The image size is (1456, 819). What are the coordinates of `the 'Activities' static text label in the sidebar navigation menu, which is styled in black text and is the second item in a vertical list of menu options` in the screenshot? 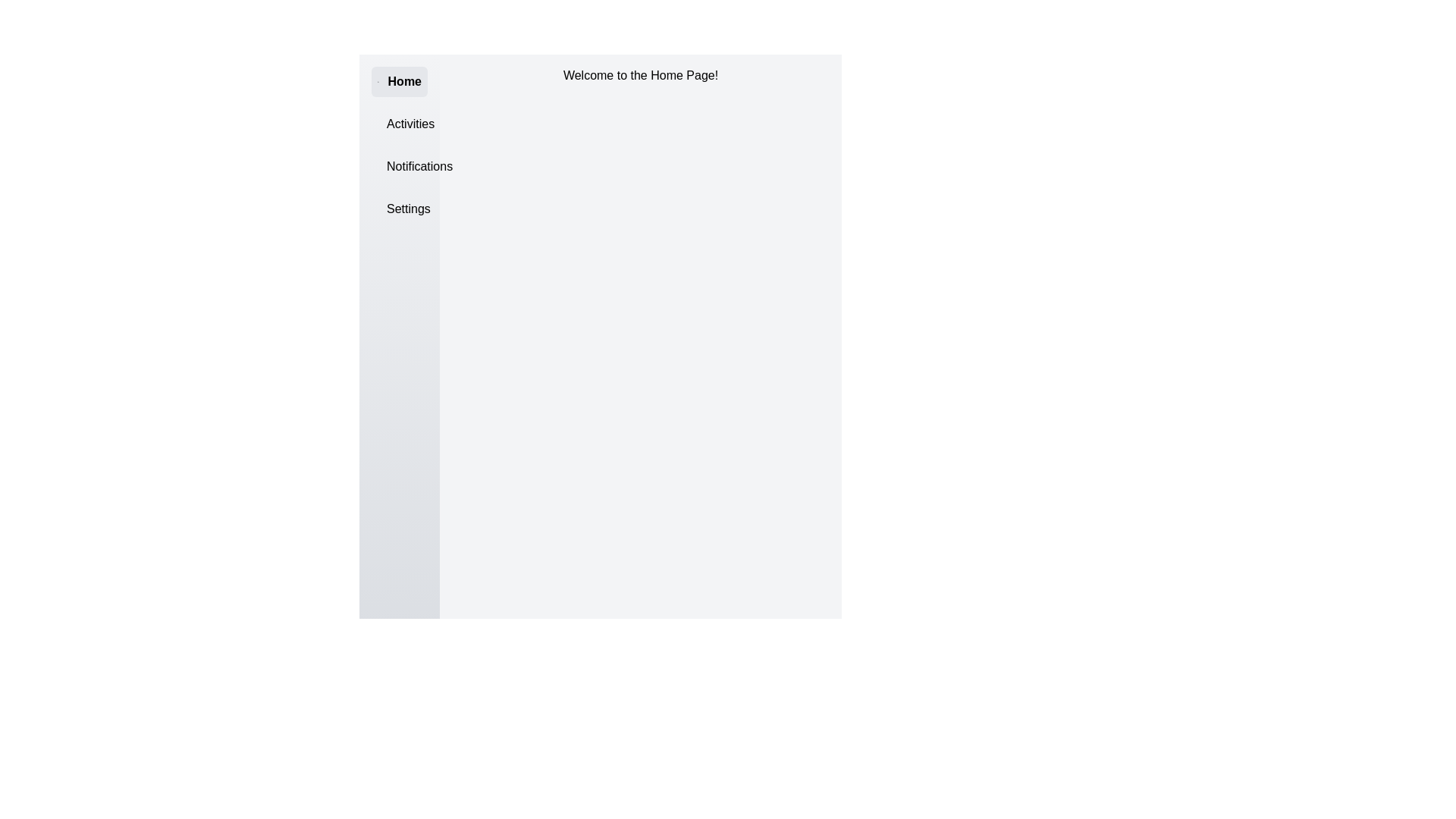 It's located at (410, 124).